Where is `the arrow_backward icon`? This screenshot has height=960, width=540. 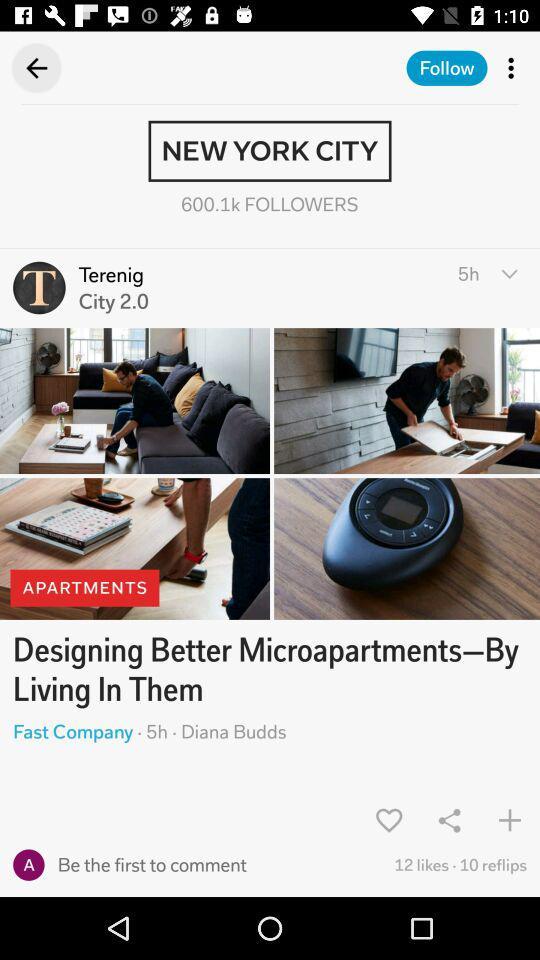 the arrow_backward icon is located at coordinates (29, 68).